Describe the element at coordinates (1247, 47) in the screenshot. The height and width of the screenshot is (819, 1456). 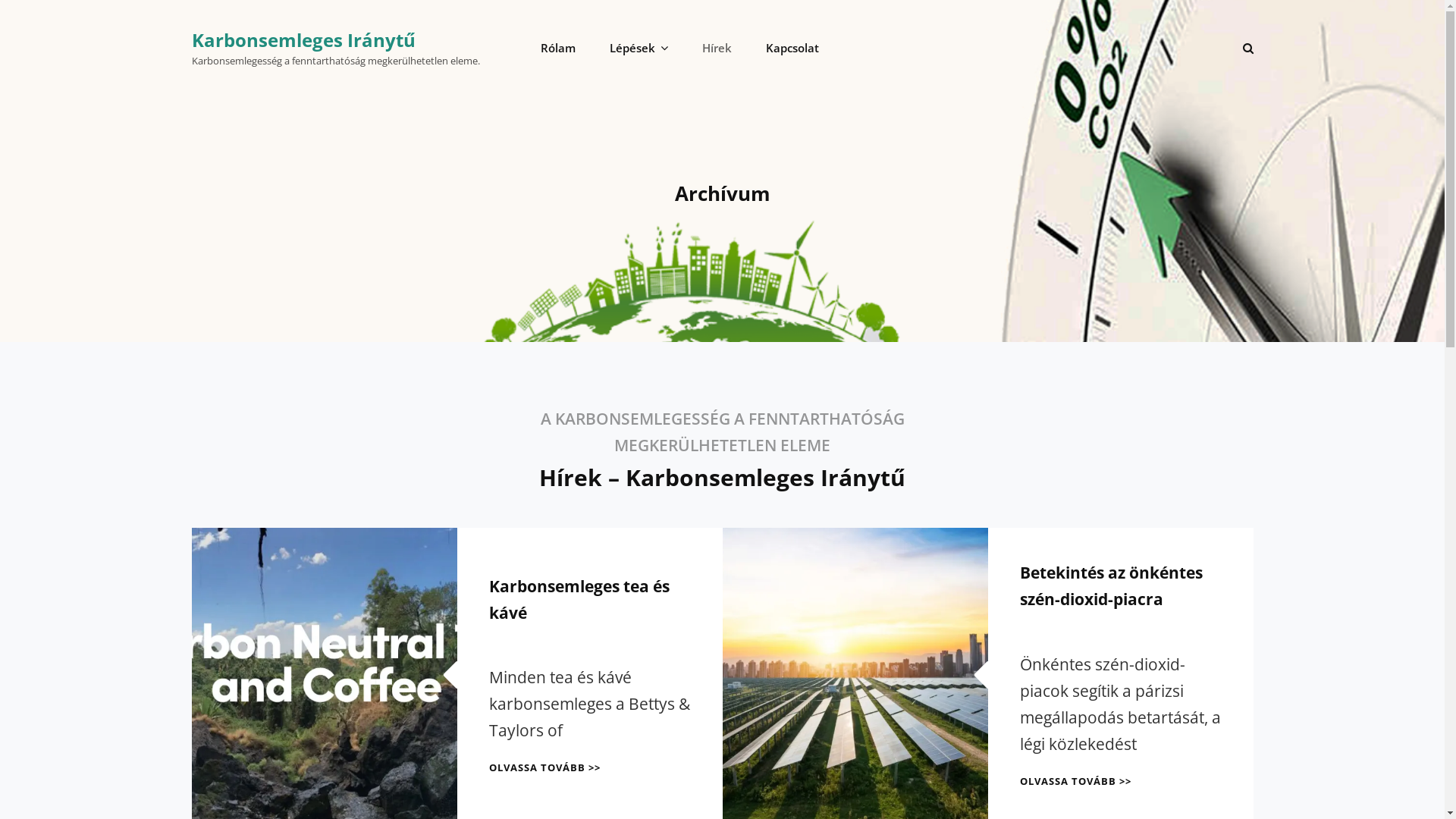
I see `'SEARCH'` at that location.